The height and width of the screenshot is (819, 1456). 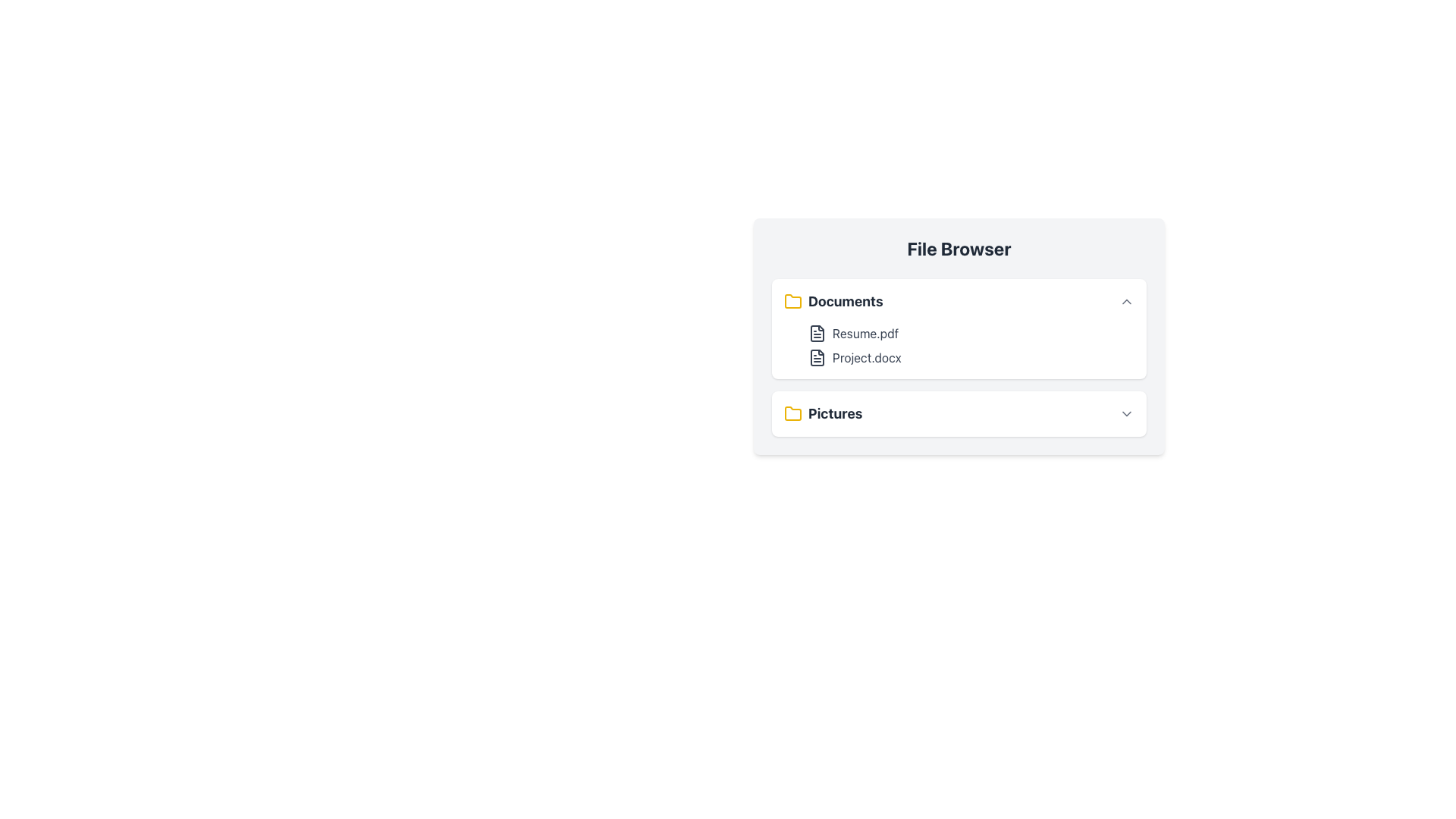 I want to click on the document icon located on the left side of the 'Resume.pdf' row within the 'Documents' section of the file browser interface, so click(x=817, y=332).